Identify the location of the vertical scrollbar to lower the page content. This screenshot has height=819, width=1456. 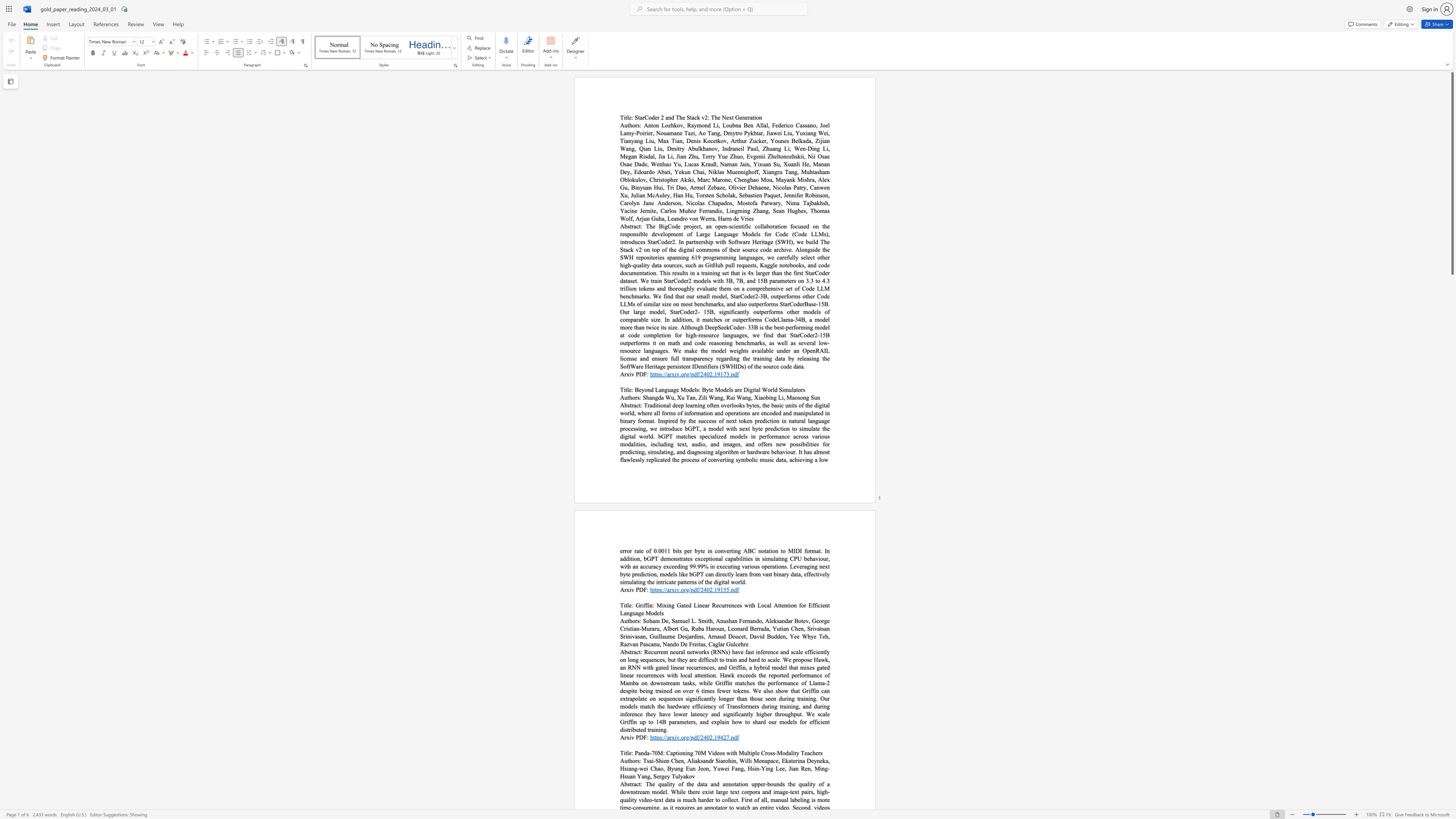
(1451, 447).